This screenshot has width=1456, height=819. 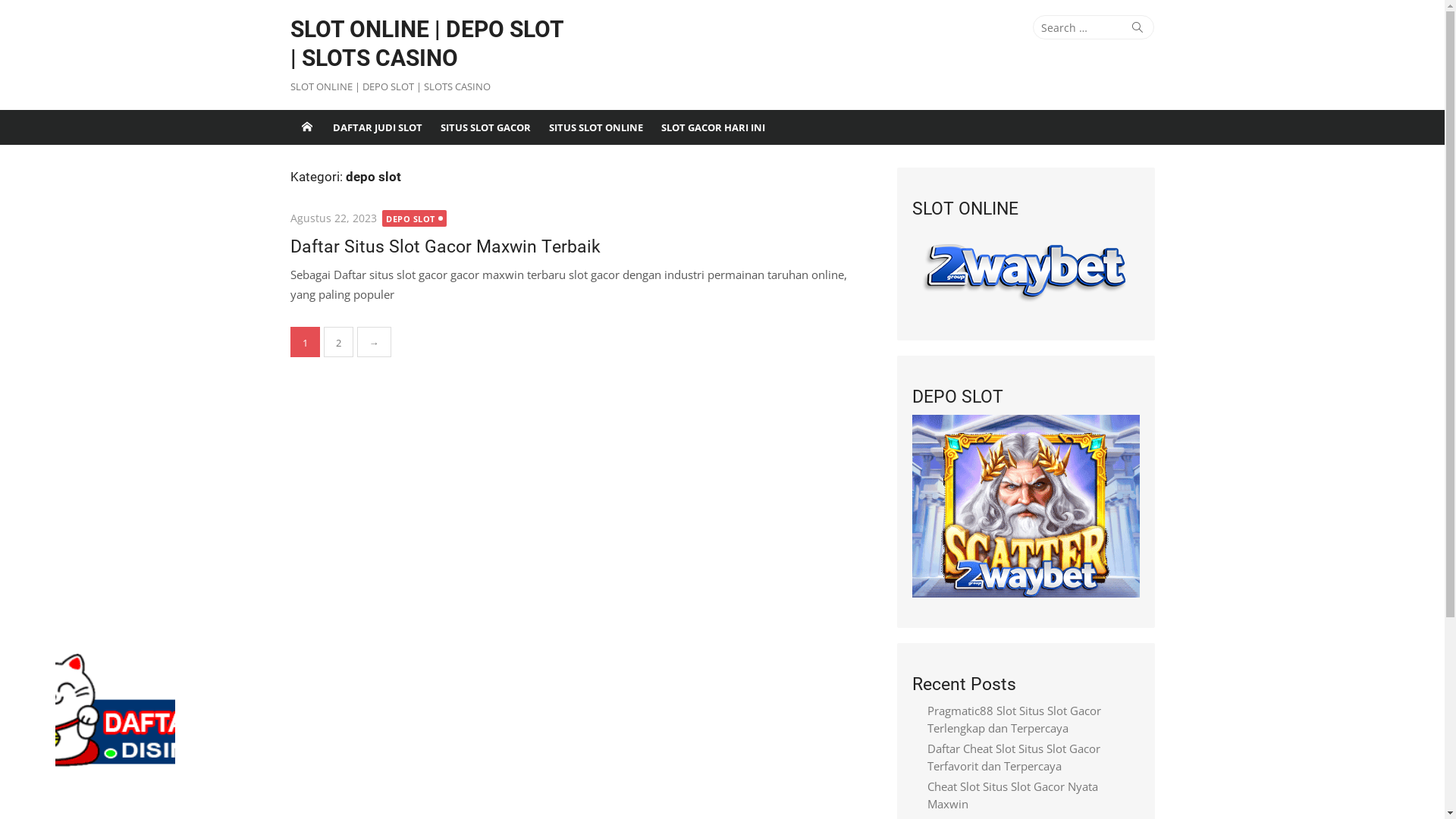 What do you see at coordinates (428, 42) in the screenshot?
I see `'SLOT ONLINE | DEPO SLOT | SLOTS CASINO'` at bounding box center [428, 42].